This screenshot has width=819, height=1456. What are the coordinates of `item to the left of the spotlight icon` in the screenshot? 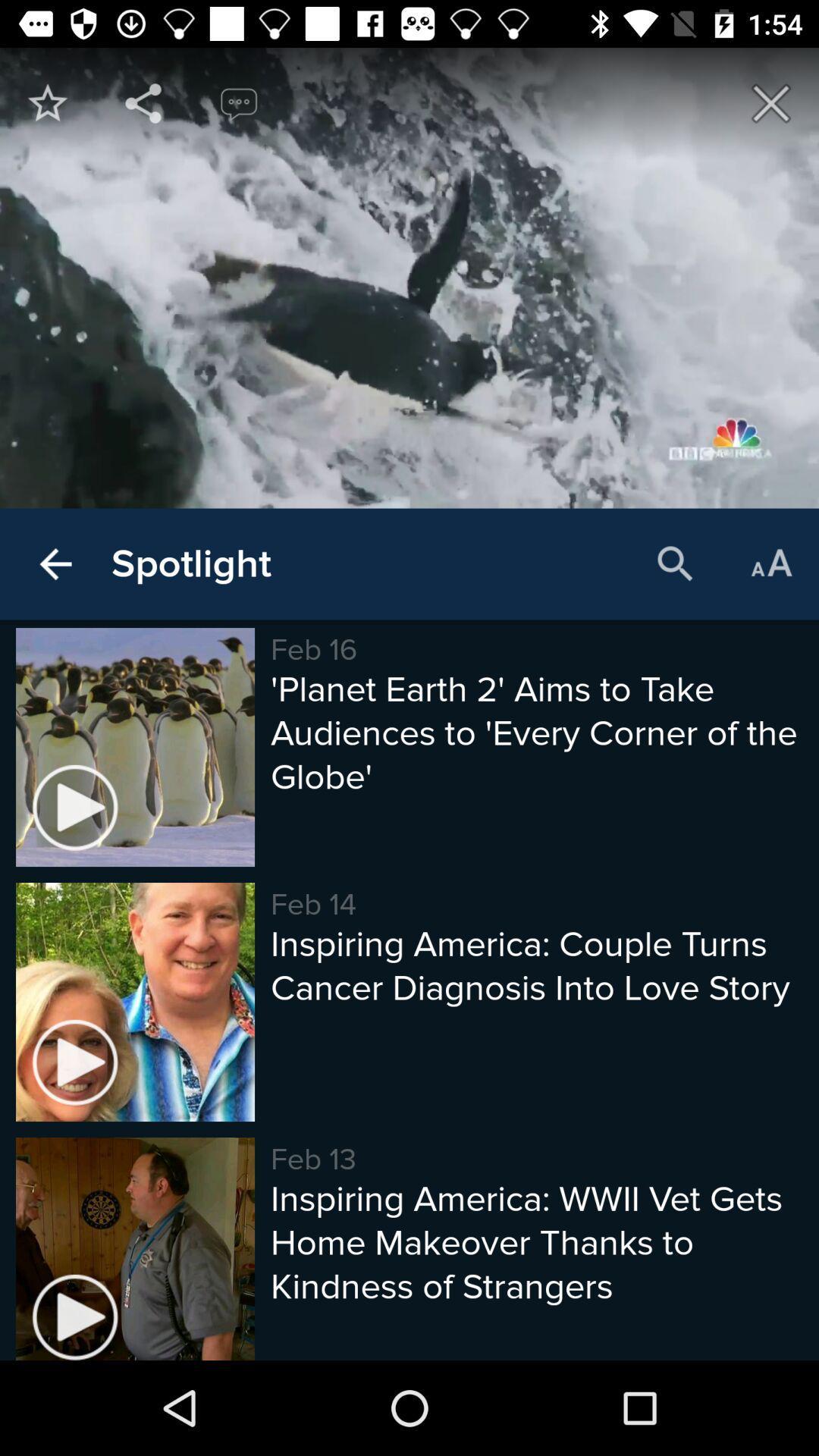 It's located at (55, 563).